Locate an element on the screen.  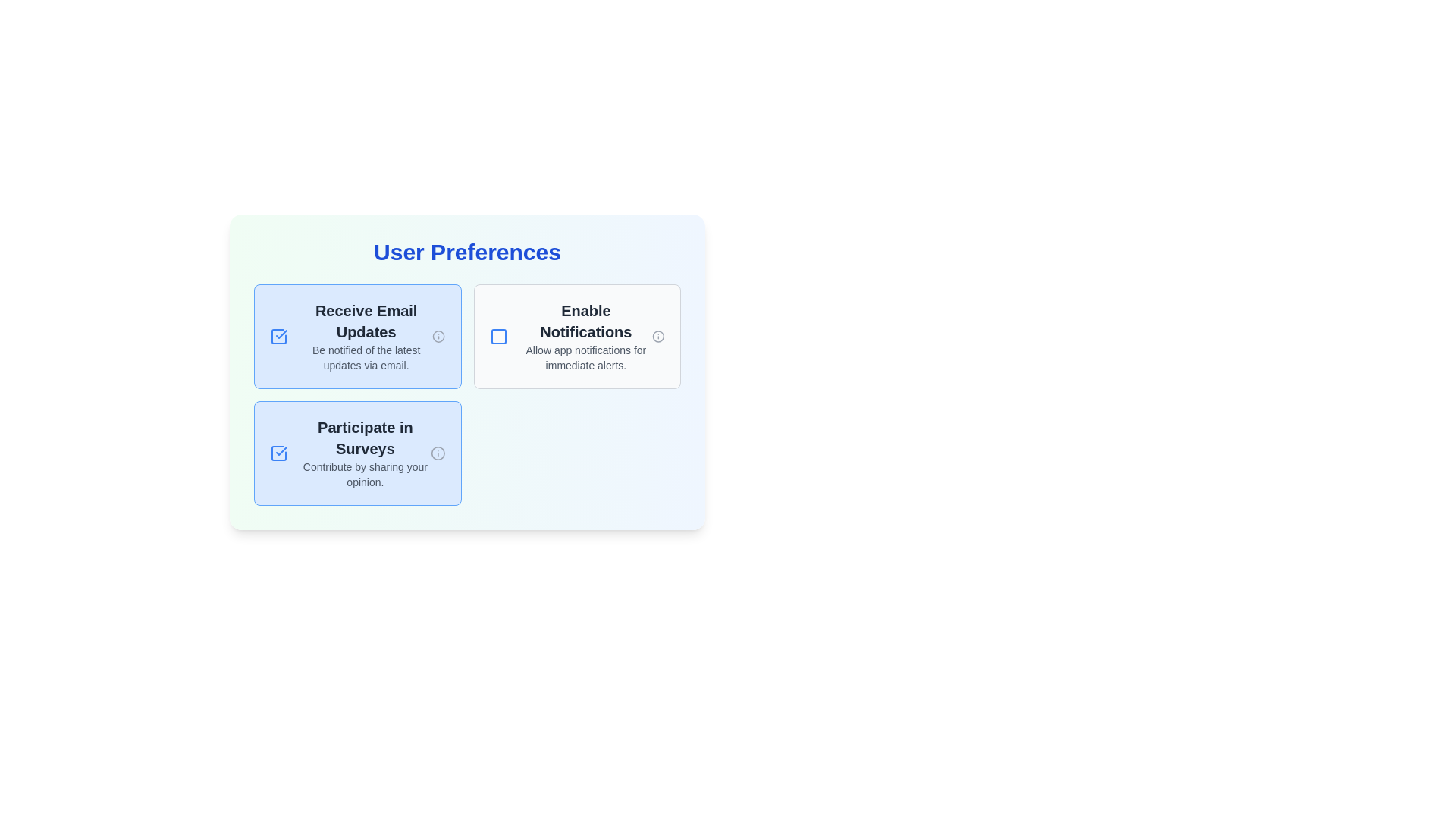
the static text label reading 'Participate in Surveys' located in the bottom-left quadrant of the 'User Preferences' section, styled in large, bold, deep gray font on a light blue background is located at coordinates (365, 438).